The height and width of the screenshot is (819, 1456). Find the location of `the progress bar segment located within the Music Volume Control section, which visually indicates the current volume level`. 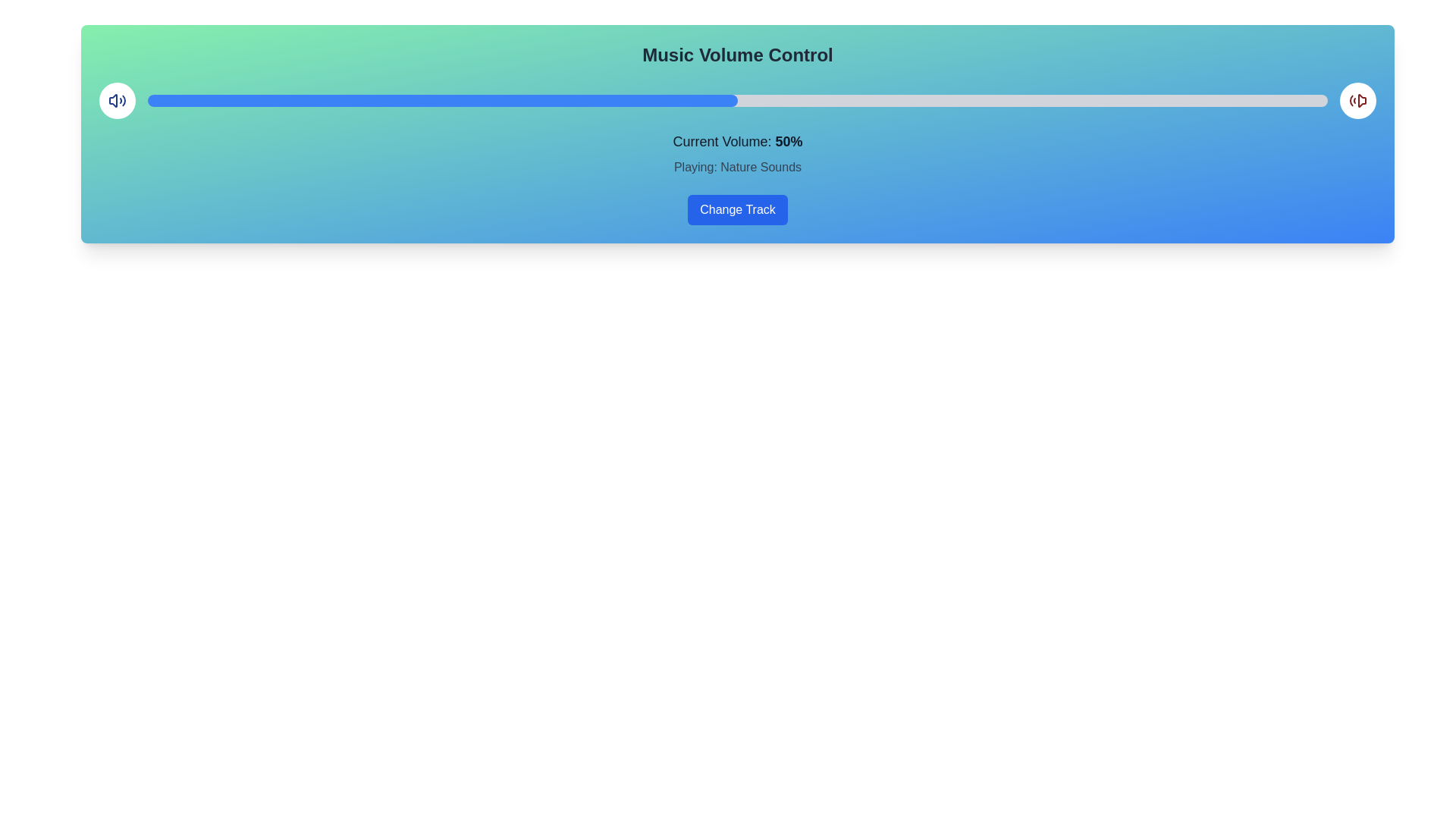

the progress bar segment located within the Music Volume Control section, which visually indicates the current volume level is located at coordinates (442, 100).